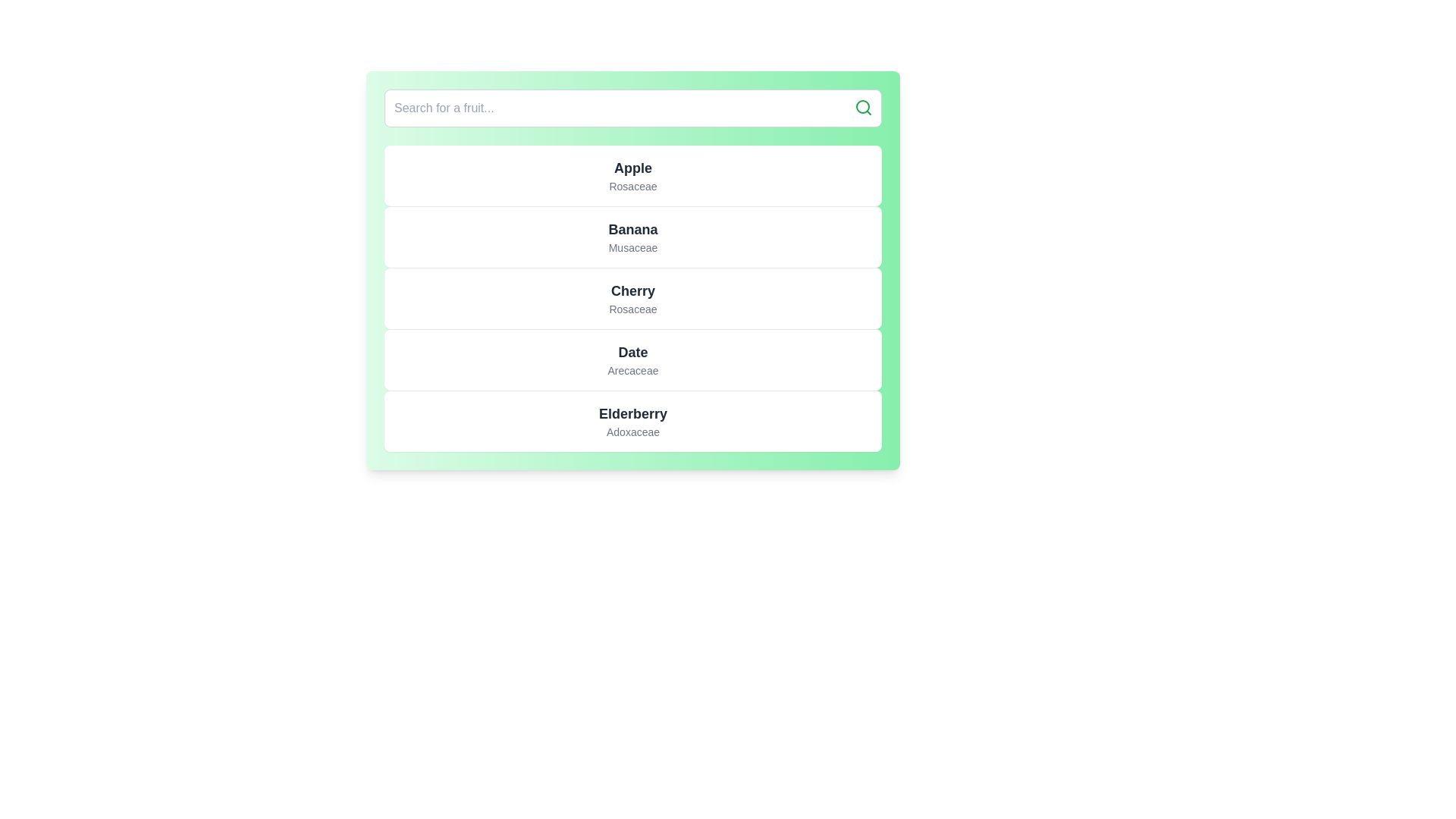  Describe the element at coordinates (863, 107) in the screenshot. I see `the green magnifying glass icon in the top-right corner of the search bar` at that location.